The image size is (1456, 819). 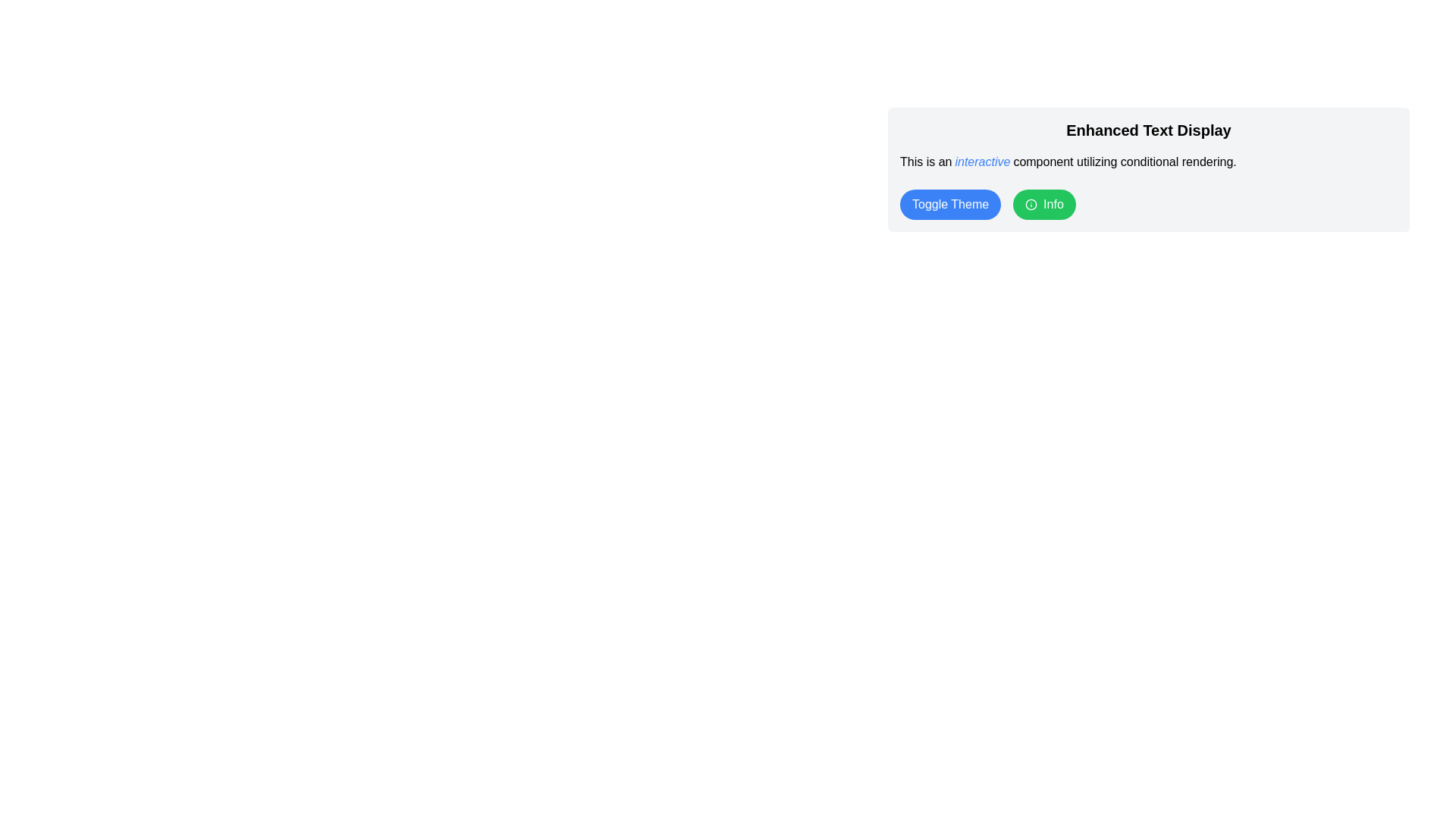 I want to click on the information button, which is the second button in a horizontal sequence next to the blue 'Toggle Theme' button, to observe its hover effect, so click(x=1043, y=205).